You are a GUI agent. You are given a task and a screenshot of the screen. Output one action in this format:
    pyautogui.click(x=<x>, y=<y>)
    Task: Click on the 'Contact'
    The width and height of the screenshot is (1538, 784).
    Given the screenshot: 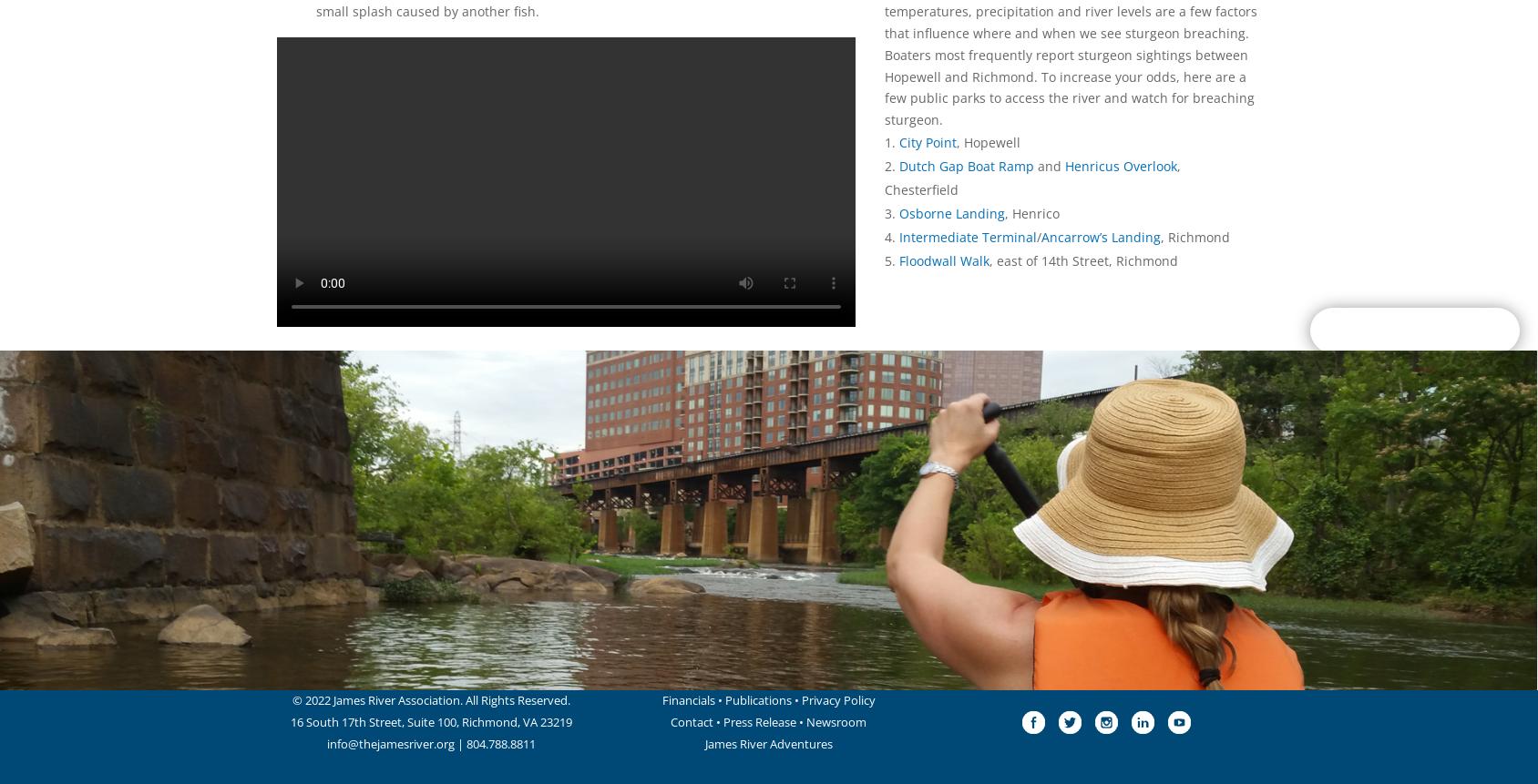 What is the action you would take?
    pyautogui.click(x=692, y=722)
    